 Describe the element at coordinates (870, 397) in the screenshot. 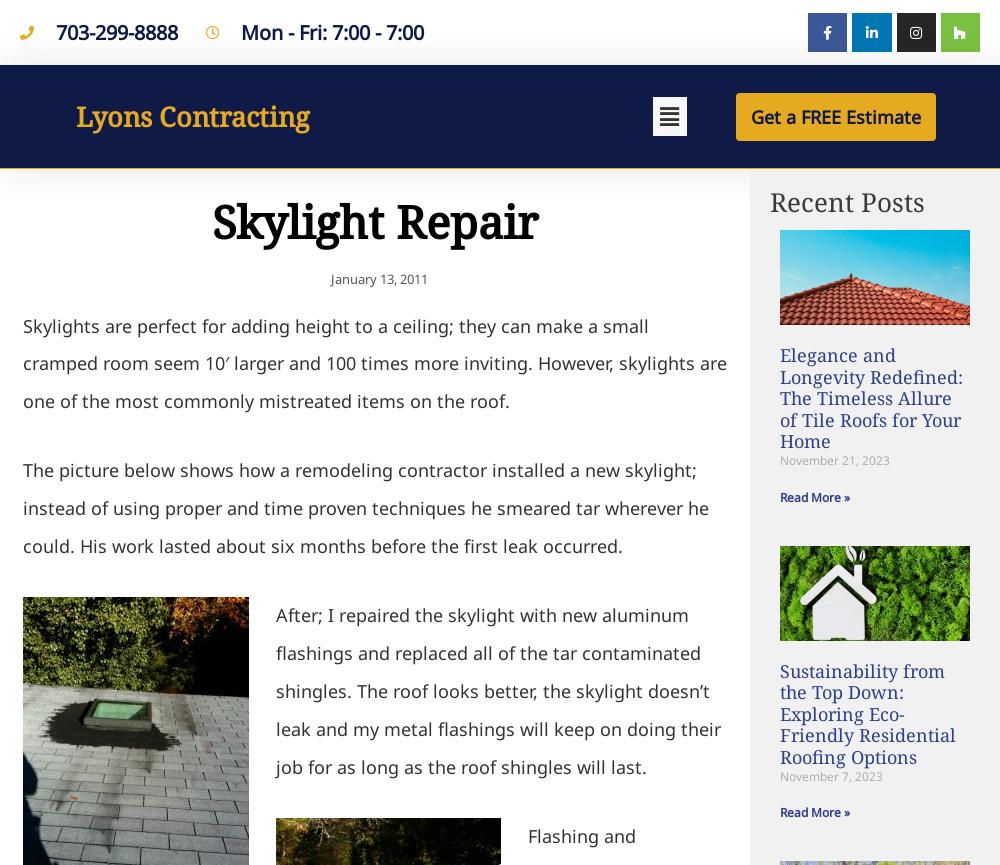

I see `'Elegance and Longevity Redefined: The Timeless Allure of Tile Roofs for Your Home'` at that location.